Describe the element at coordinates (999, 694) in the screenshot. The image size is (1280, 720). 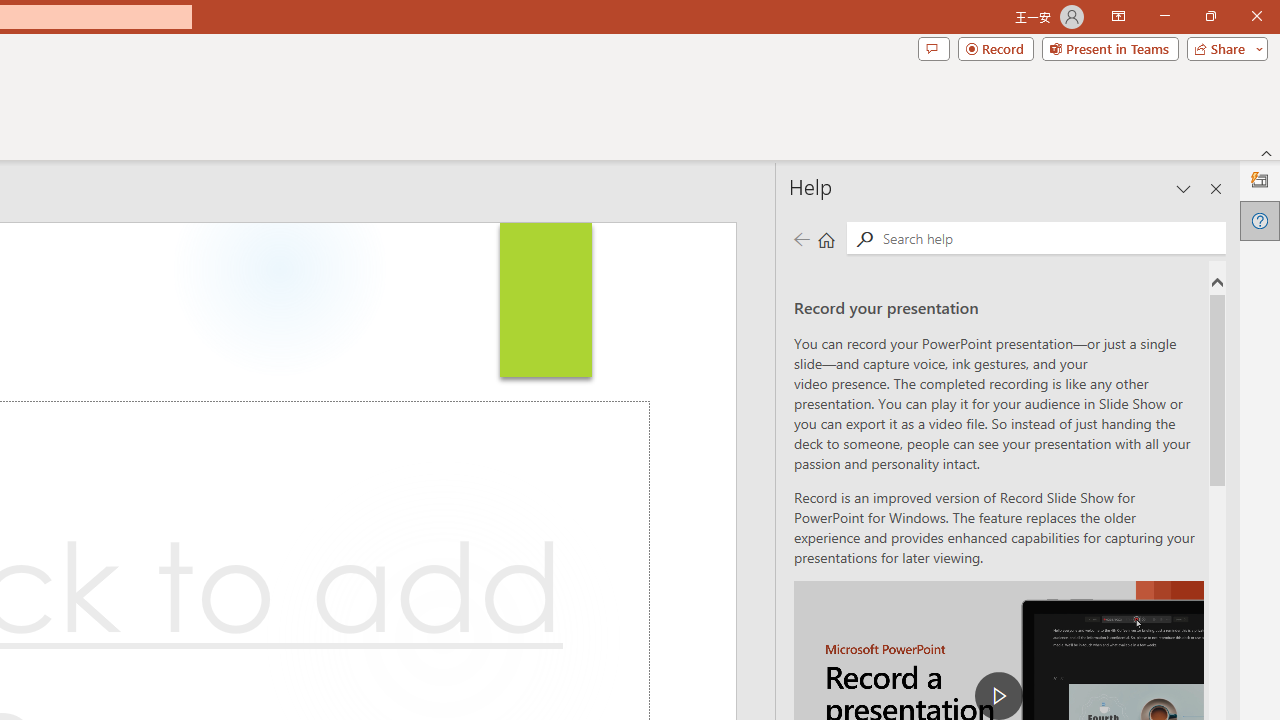
I see `'play Record a Presentation'` at that location.